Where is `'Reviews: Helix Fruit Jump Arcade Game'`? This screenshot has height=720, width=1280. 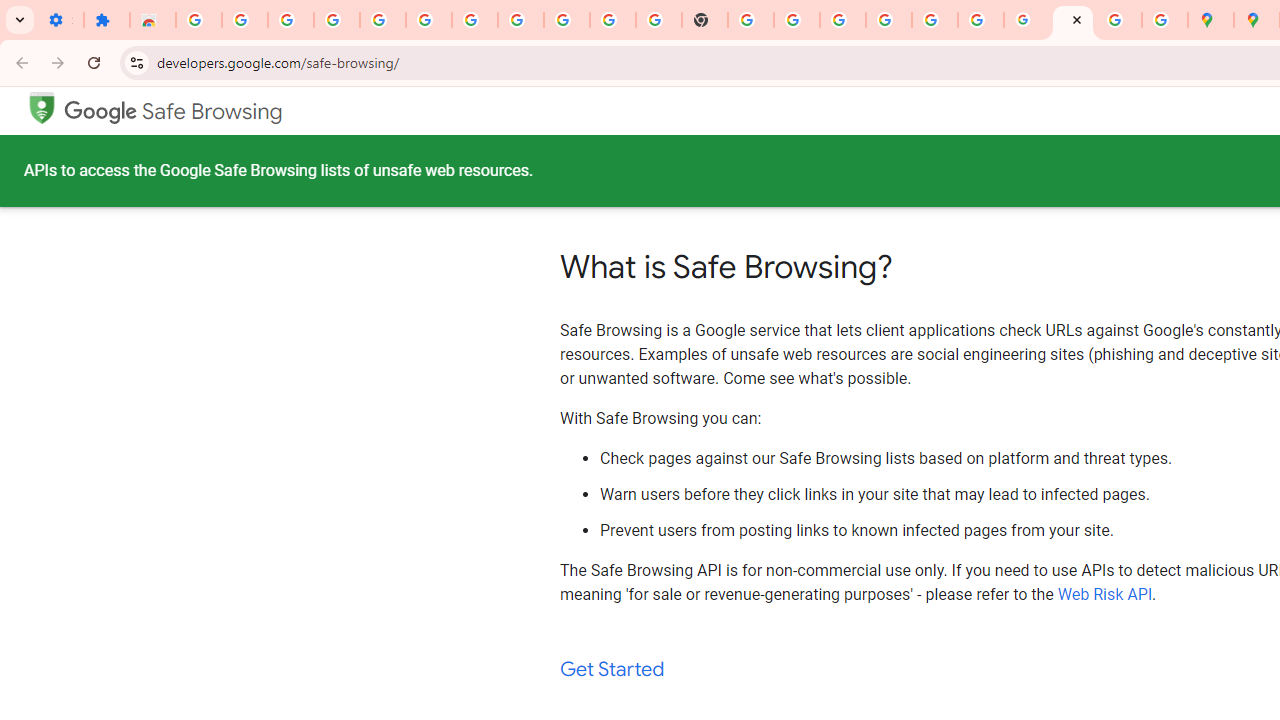
'Reviews: Helix Fruit Jump Arcade Game' is located at coordinates (152, 20).